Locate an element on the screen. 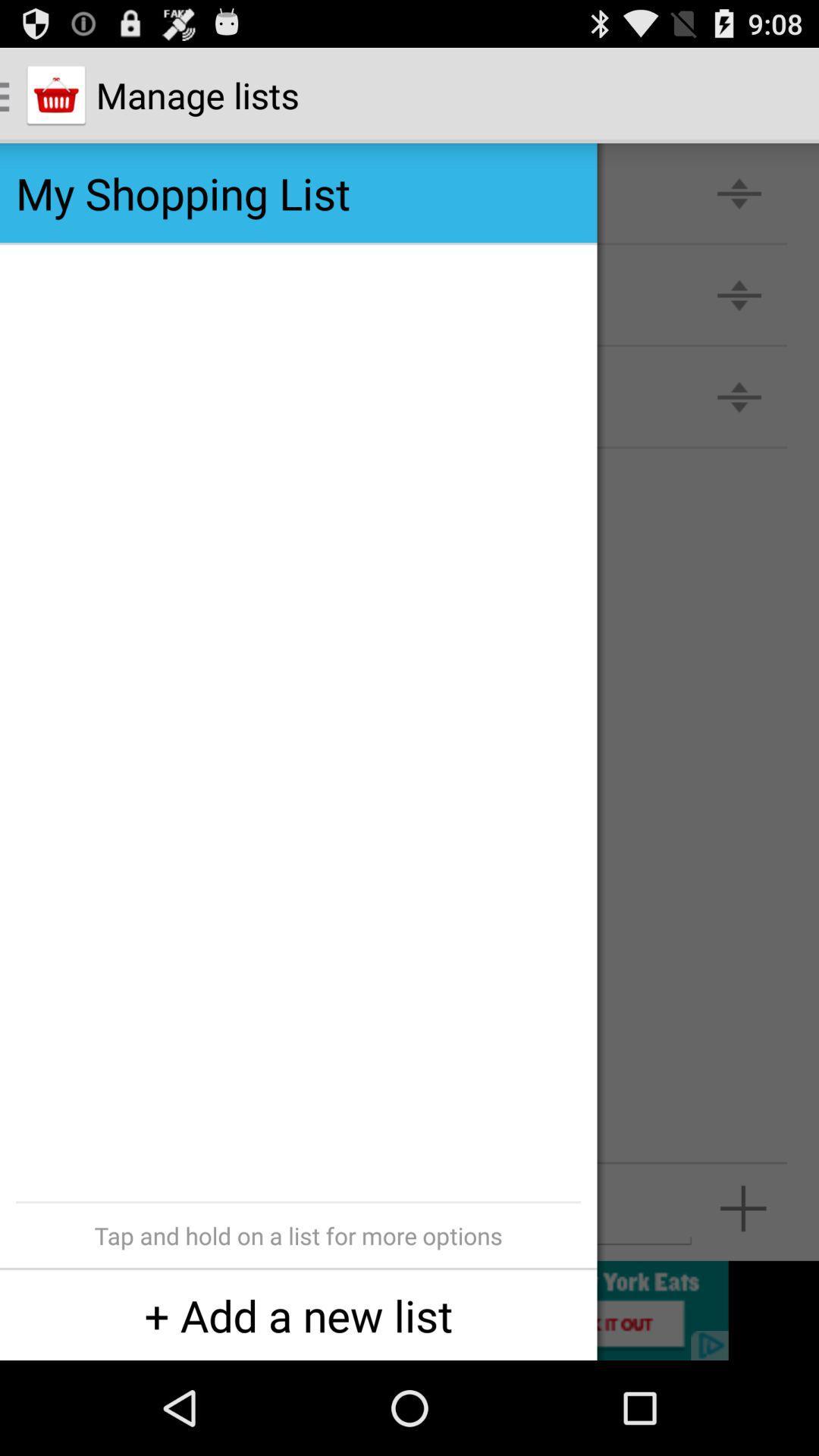 The height and width of the screenshot is (1456, 819). the second button at the right side of the page is located at coordinates (739, 294).